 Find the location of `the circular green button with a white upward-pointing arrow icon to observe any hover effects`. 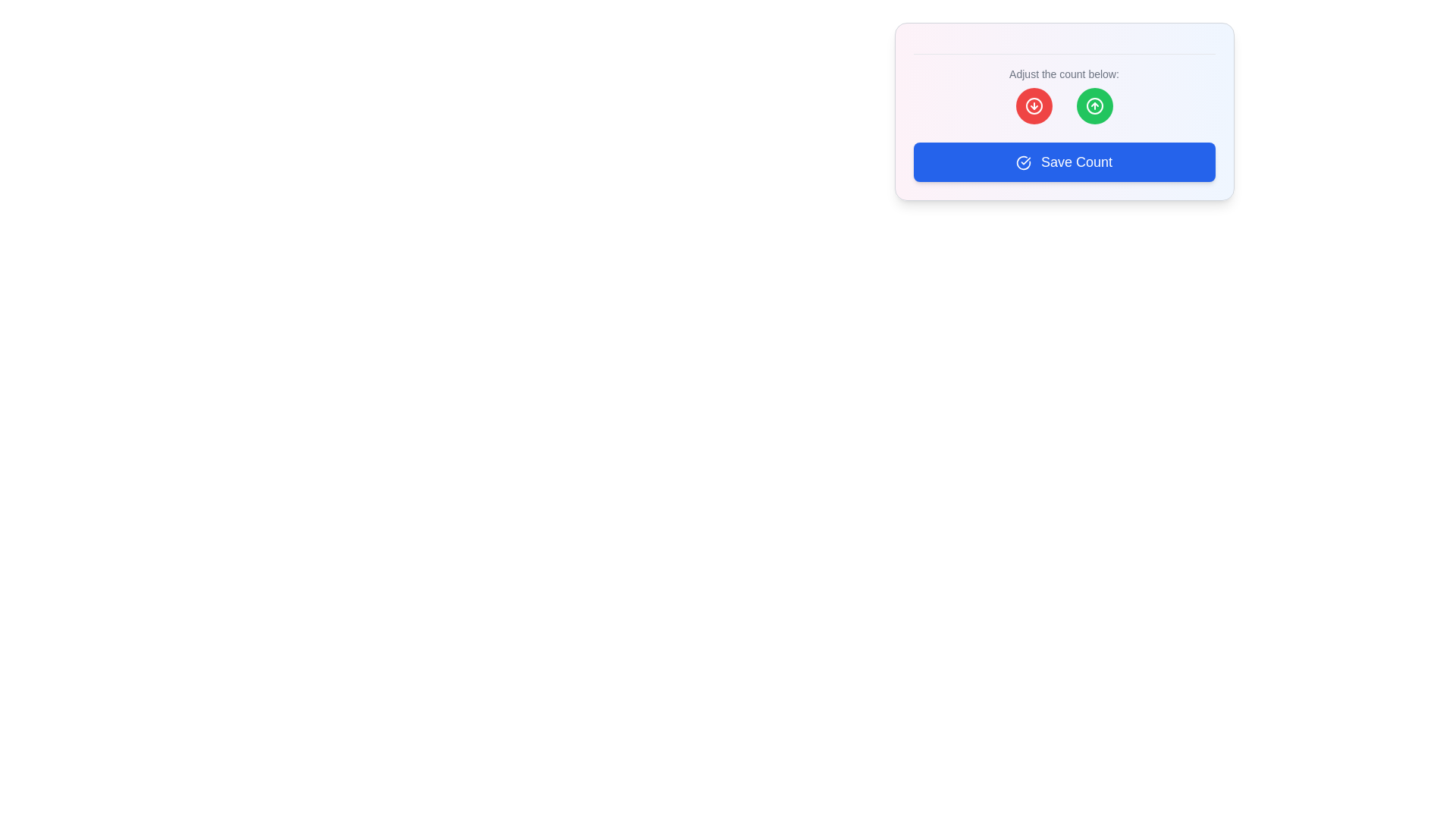

the circular green button with a white upward-pointing arrow icon to observe any hover effects is located at coordinates (1094, 105).